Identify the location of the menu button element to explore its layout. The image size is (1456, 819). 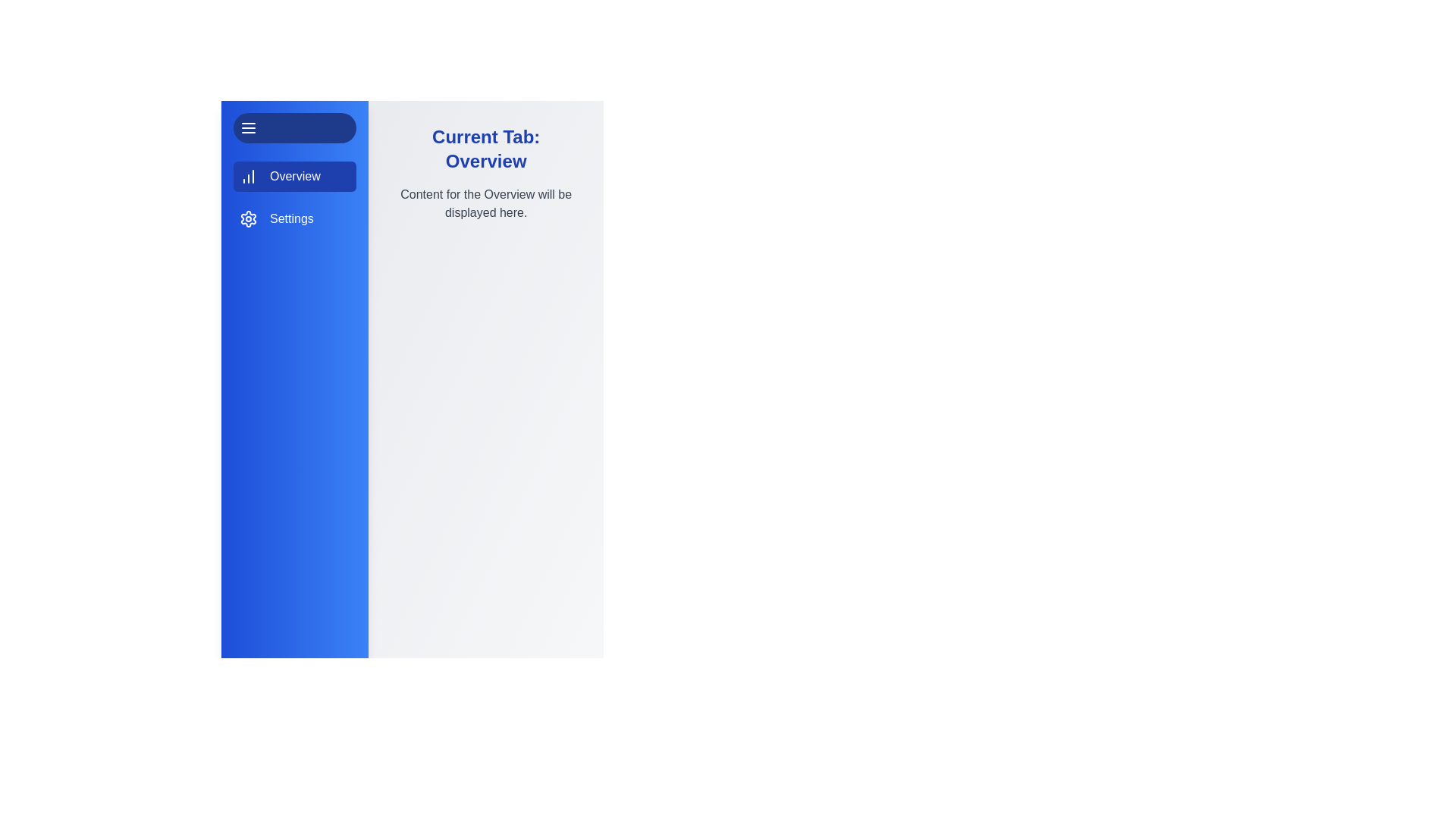
(294, 127).